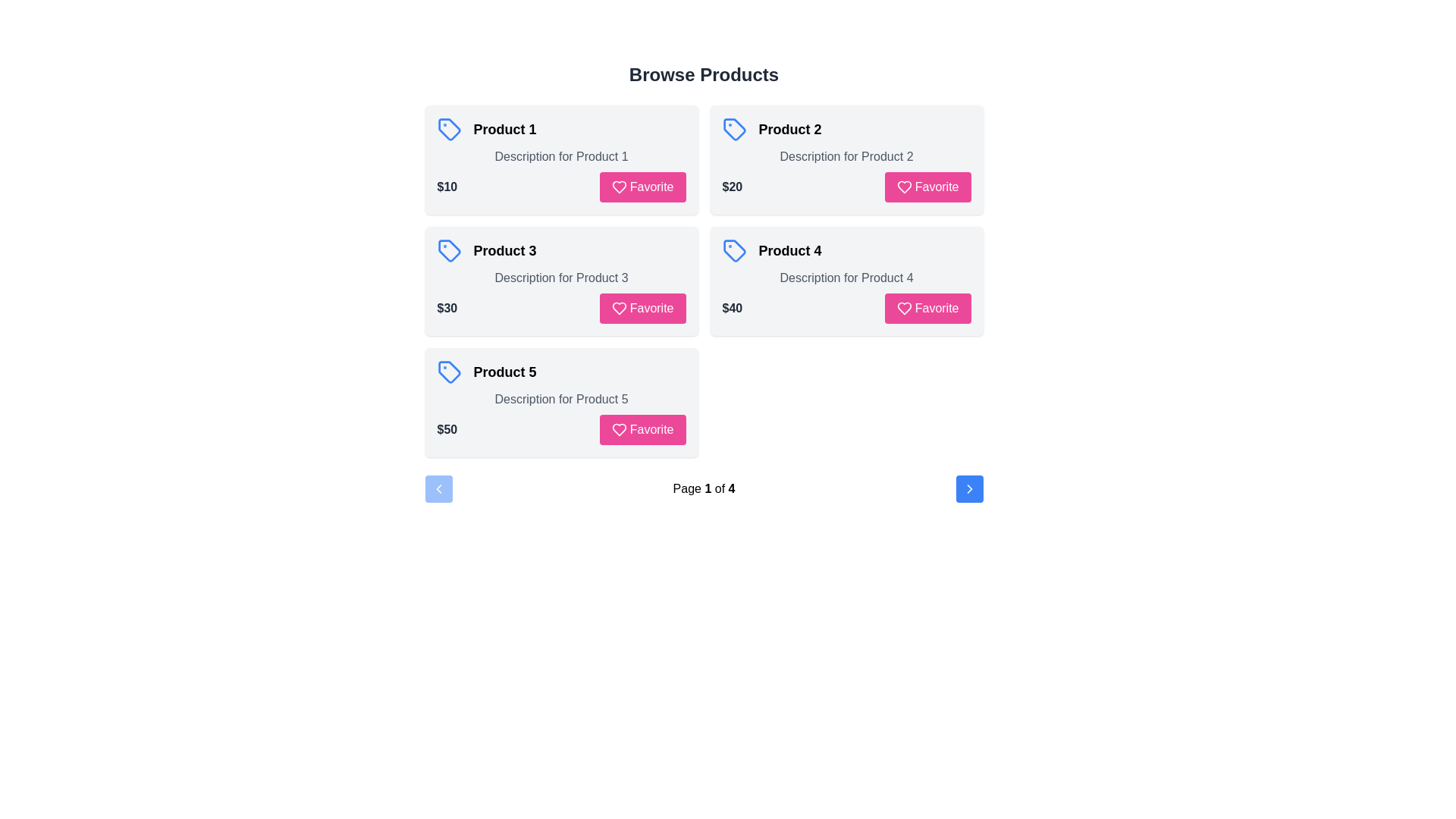  Describe the element at coordinates (927, 186) in the screenshot. I see `the favorite button located at the bottom right corner of the 'Product 2' card, adjacent to the price text '$20'` at that location.